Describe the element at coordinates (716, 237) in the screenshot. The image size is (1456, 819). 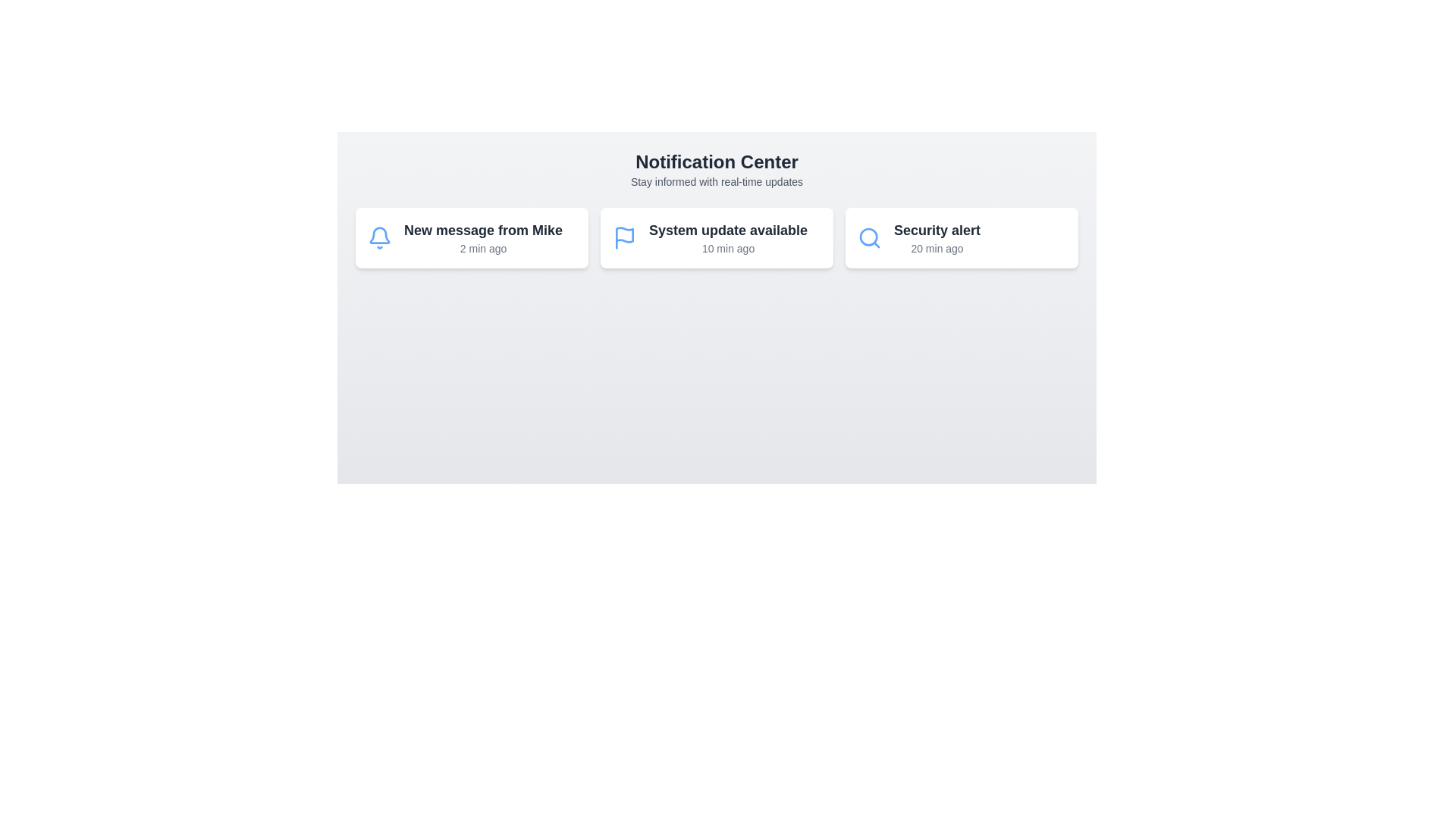
I see `the Notification card that informs the user about a system update that occurred 10 minutes ago` at that location.